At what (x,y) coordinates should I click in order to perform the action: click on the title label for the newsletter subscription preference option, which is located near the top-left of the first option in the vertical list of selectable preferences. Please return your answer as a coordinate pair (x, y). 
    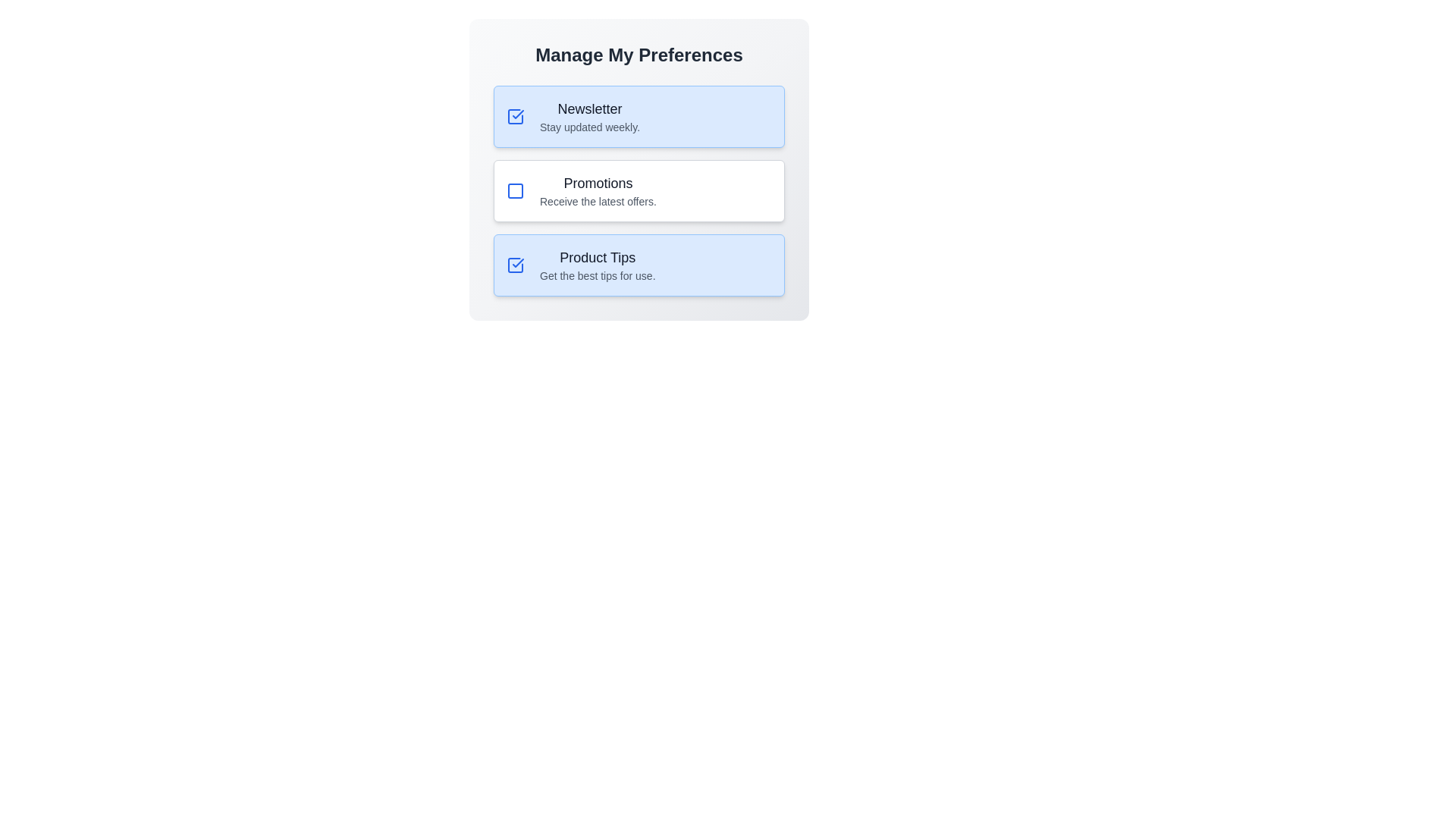
    Looking at the image, I should click on (588, 108).